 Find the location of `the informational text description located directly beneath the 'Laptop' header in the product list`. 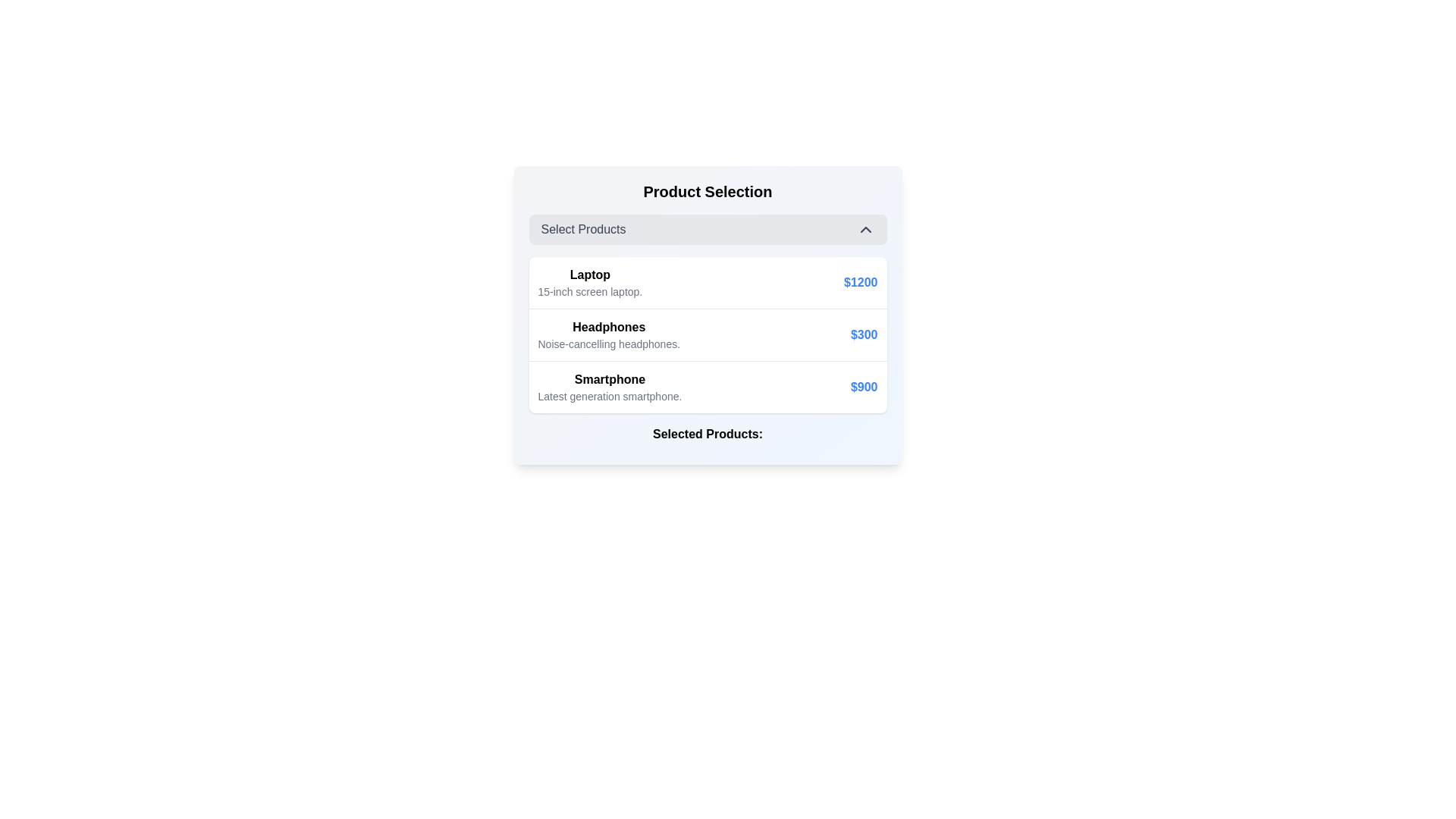

the informational text description located directly beneath the 'Laptop' header in the product list is located at coordinates (589, 292).